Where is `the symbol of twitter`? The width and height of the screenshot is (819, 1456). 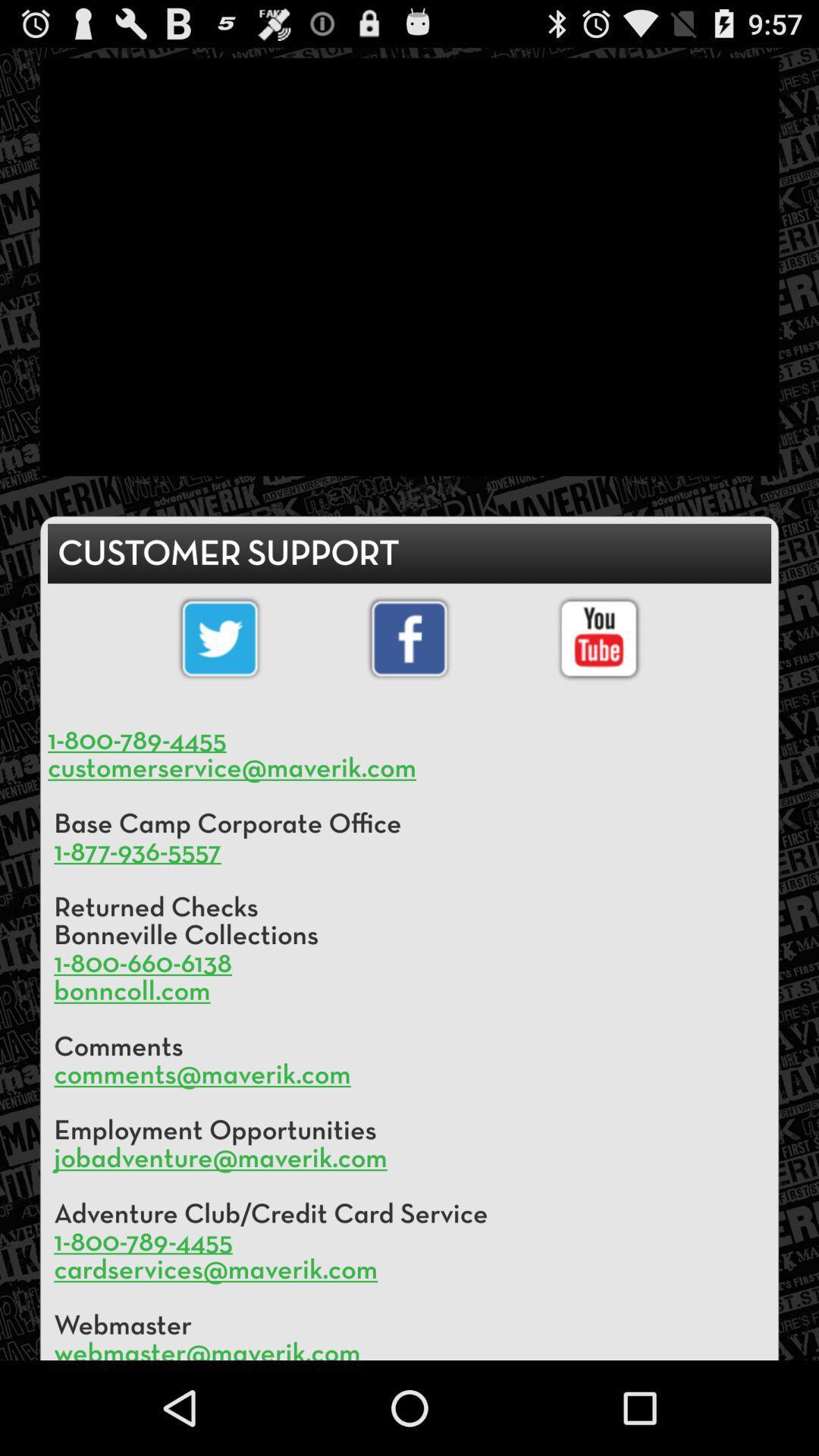
the symbol of twitter is located at coordinates (220, 639).